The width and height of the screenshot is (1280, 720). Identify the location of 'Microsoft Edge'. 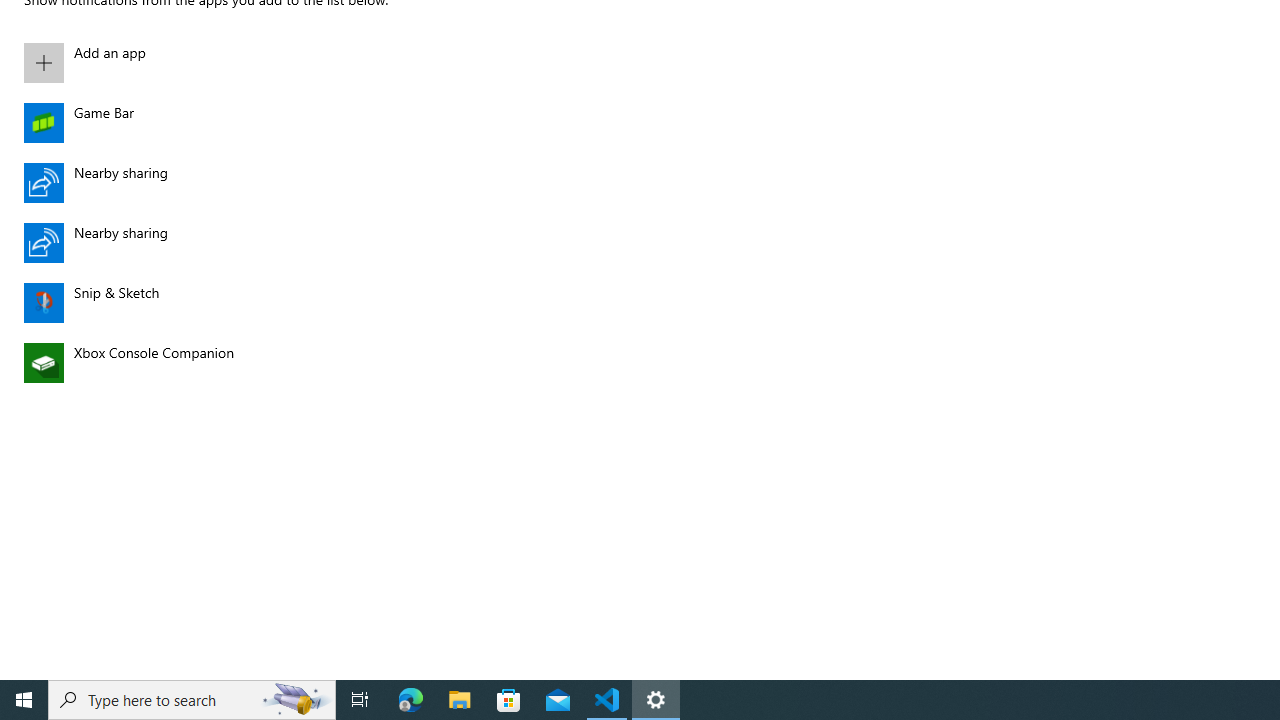
(410, 698).